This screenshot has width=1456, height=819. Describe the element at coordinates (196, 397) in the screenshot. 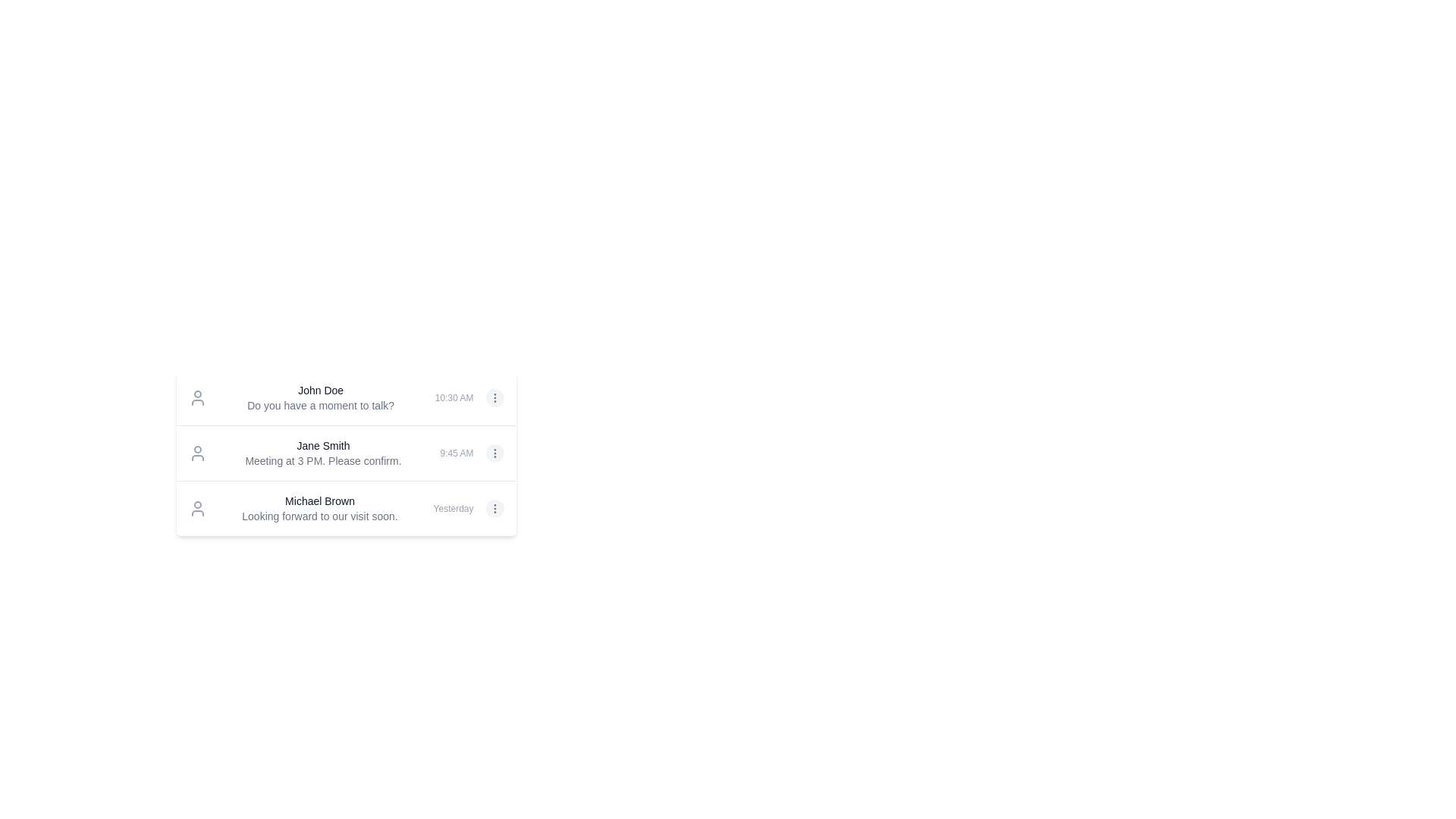

I see `the user icon representing 'John Doe' located on the left side of the row, adjacent to the name and message content` at that location.